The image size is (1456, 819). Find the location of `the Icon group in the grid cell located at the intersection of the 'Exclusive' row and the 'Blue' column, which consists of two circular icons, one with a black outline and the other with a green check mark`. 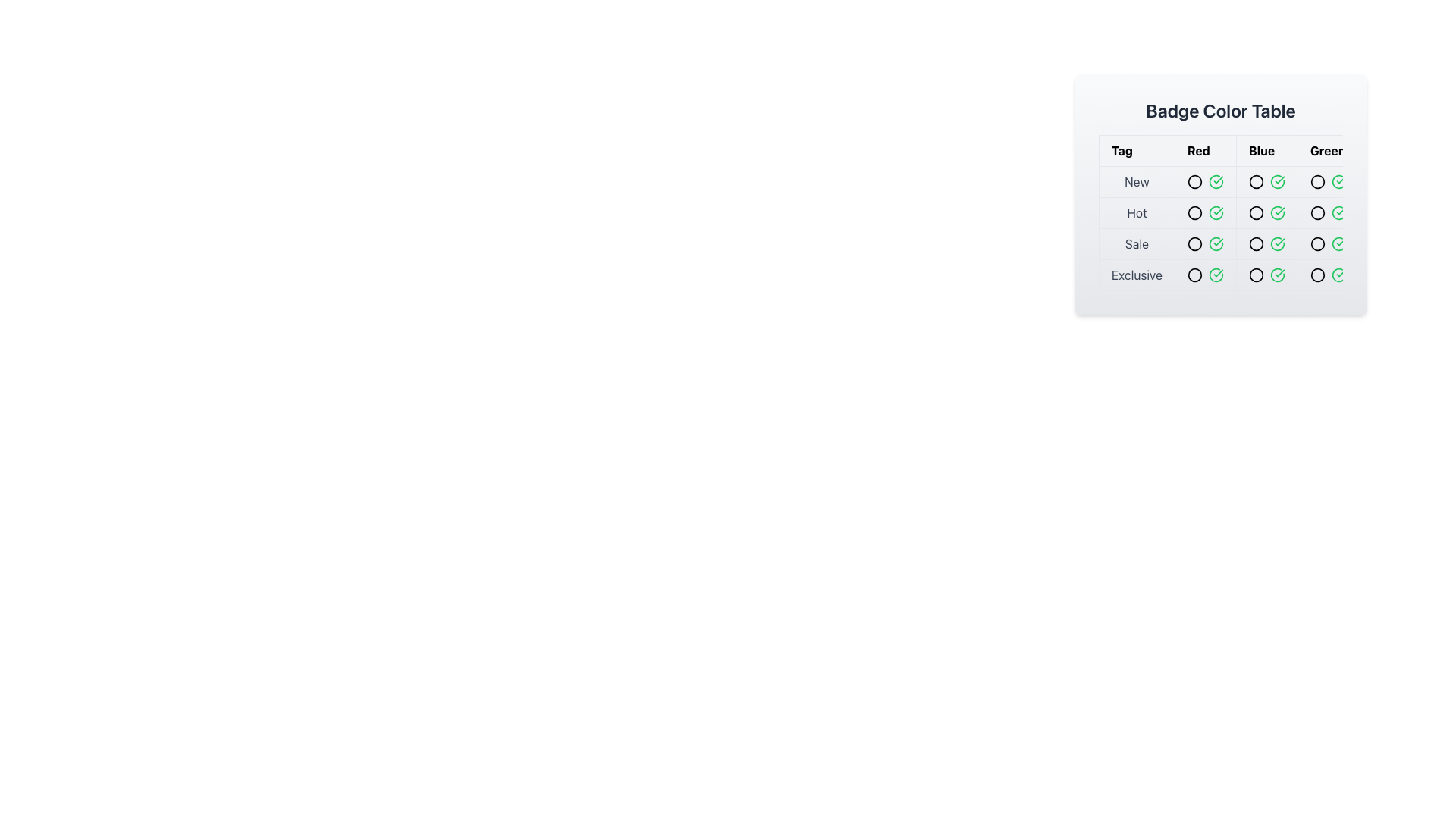

the Icon group in the grid cell located at the intersection of the 'Exclusive' row and the 'Blue' column, which consists of two circular icons, one with a black outline and the other with a green check mark is located at coordinates (1266, 275).